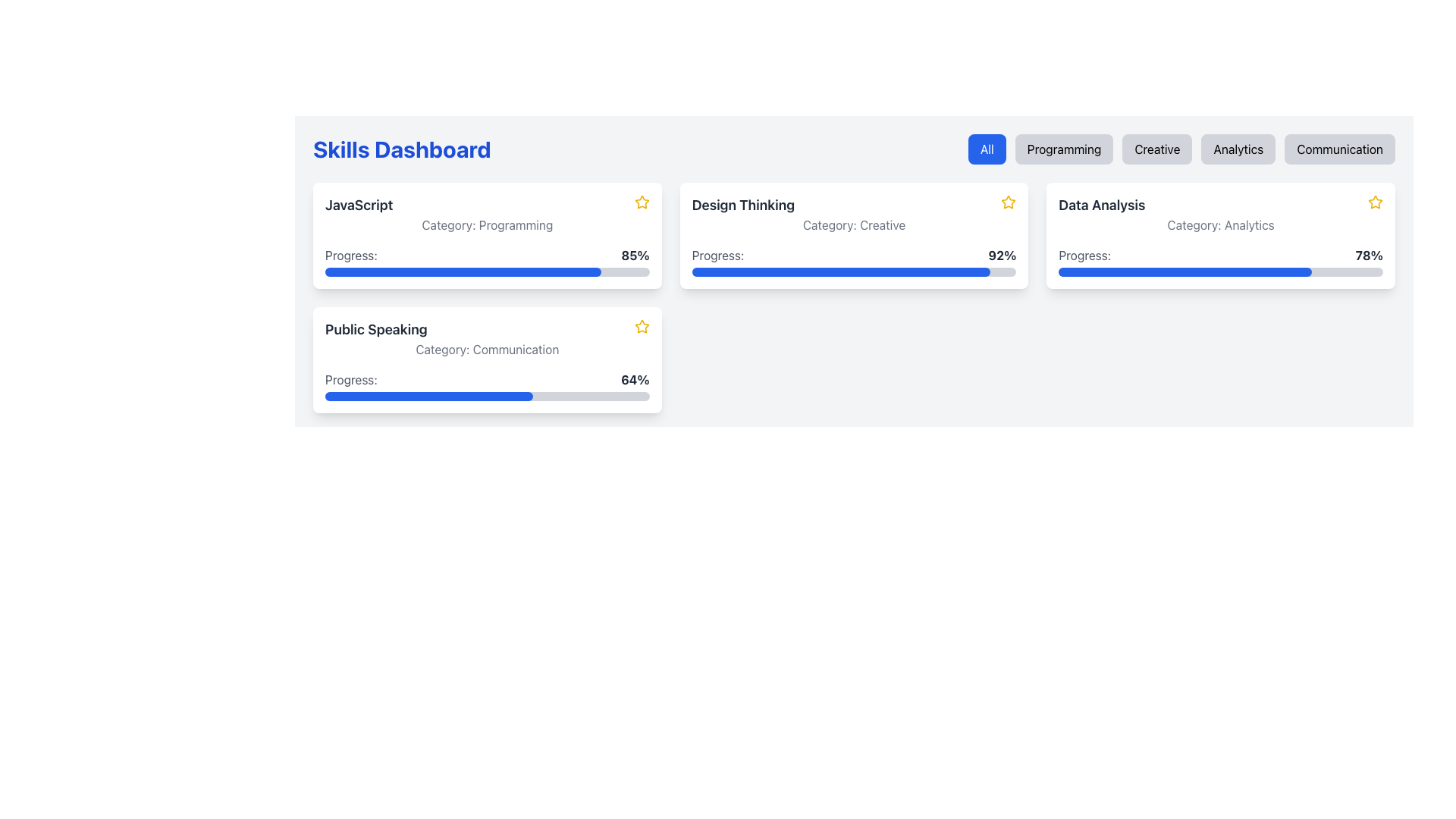  Describe the element at coordinates (350, 379) in the screenshot. I see `the Text Label that indicates the progress percentage for the skill 'Public Speaking', positioned to the left of '64%' and above the blue progress bar` at that location.